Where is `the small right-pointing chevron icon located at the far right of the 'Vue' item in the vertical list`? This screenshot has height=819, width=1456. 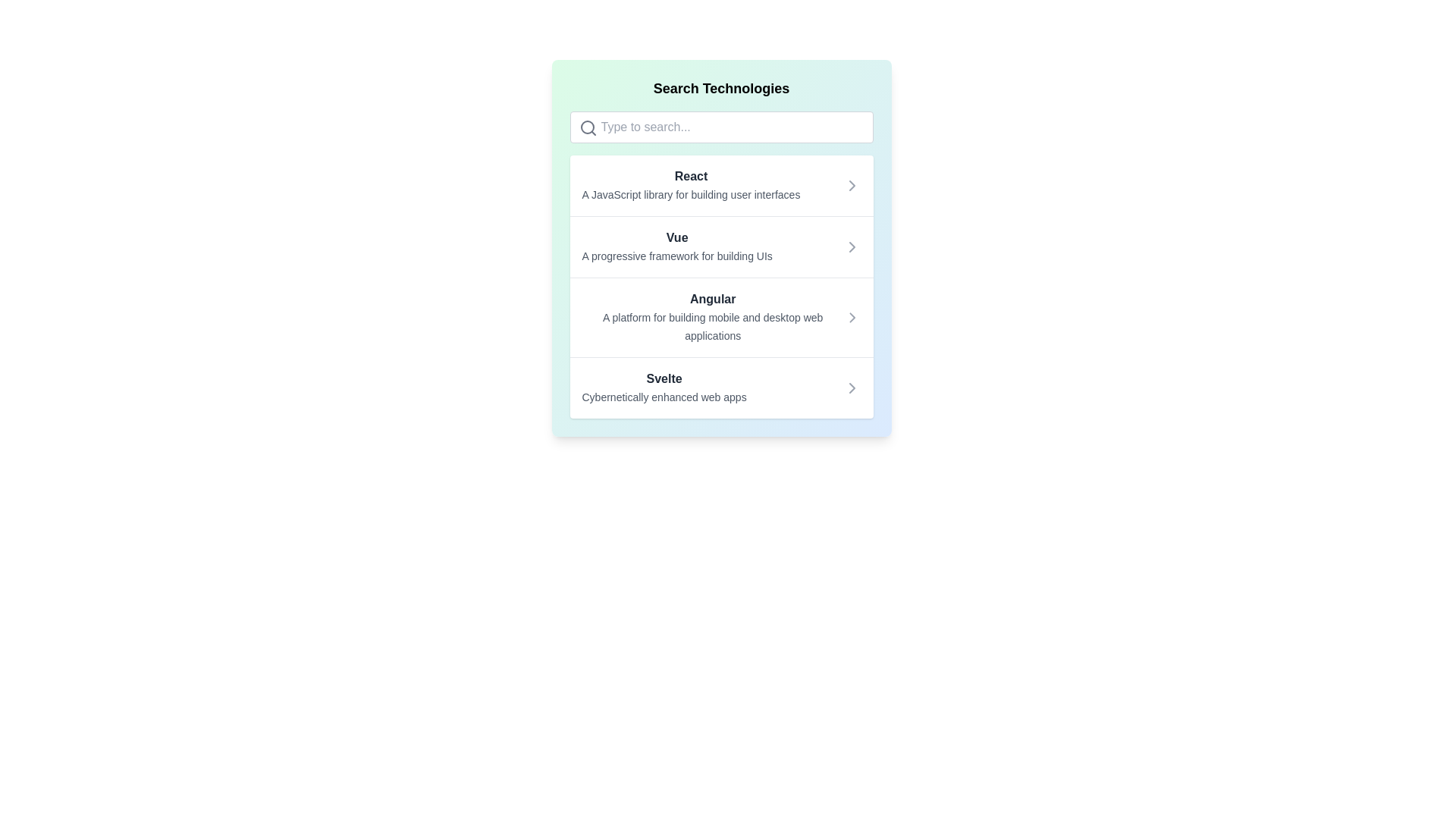
the small right-pointing chevron icon located at the far right of the 'Vue' item in the vertical list is located at coordinates (852, 246).